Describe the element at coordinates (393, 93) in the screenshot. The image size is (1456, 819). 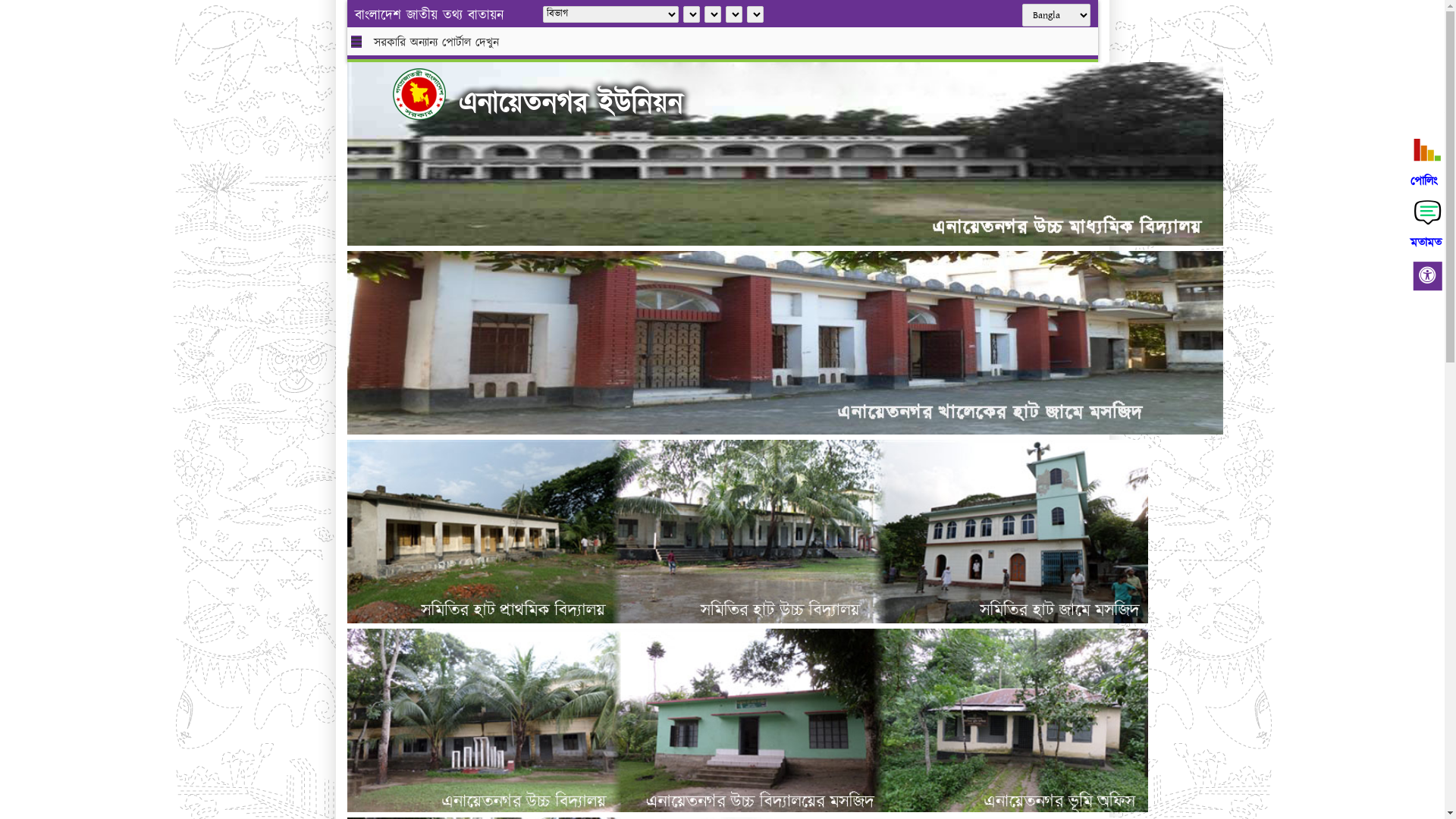
I see `'` at that location.